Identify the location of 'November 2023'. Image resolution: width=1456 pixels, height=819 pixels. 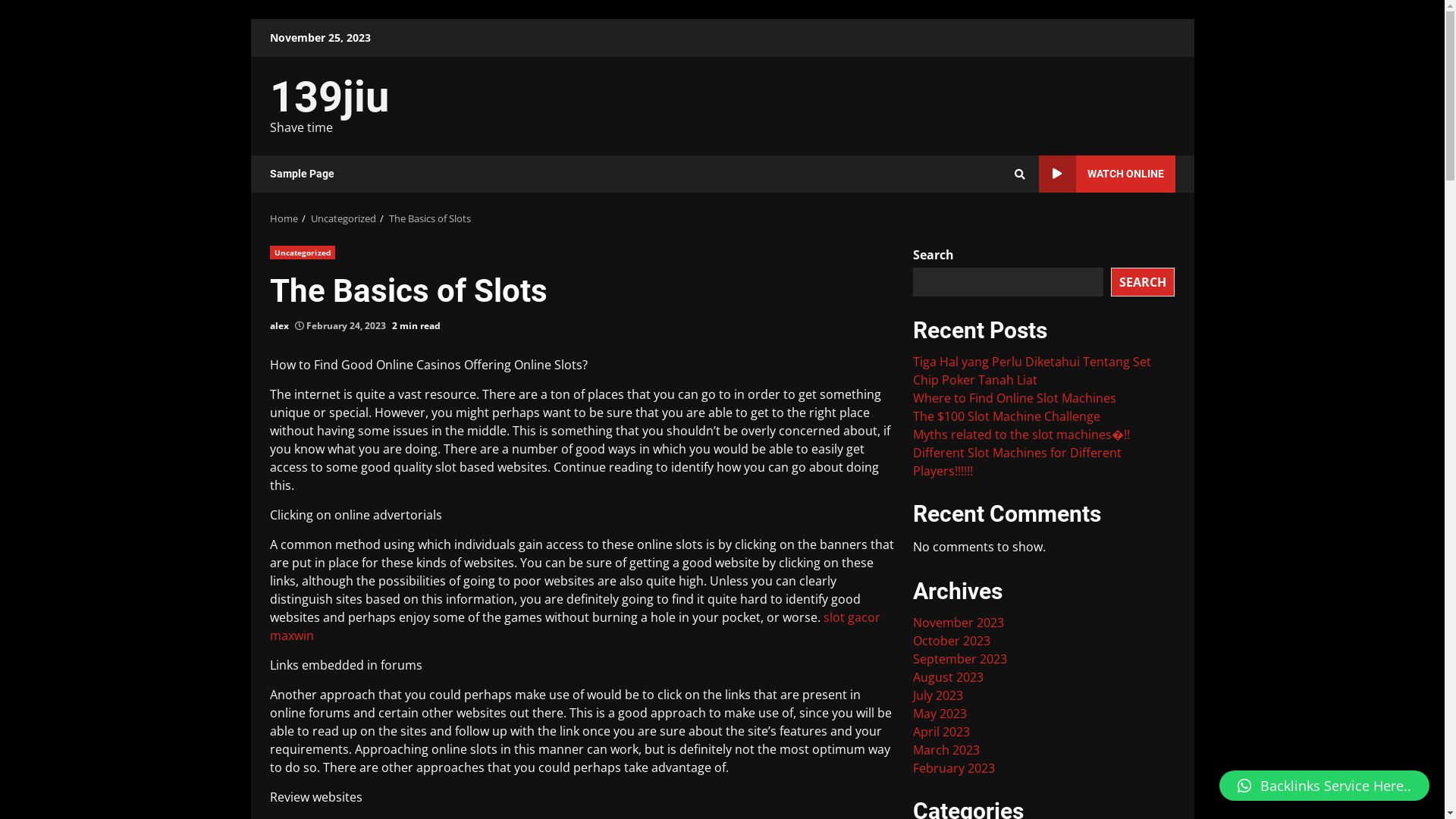
(957, 623).